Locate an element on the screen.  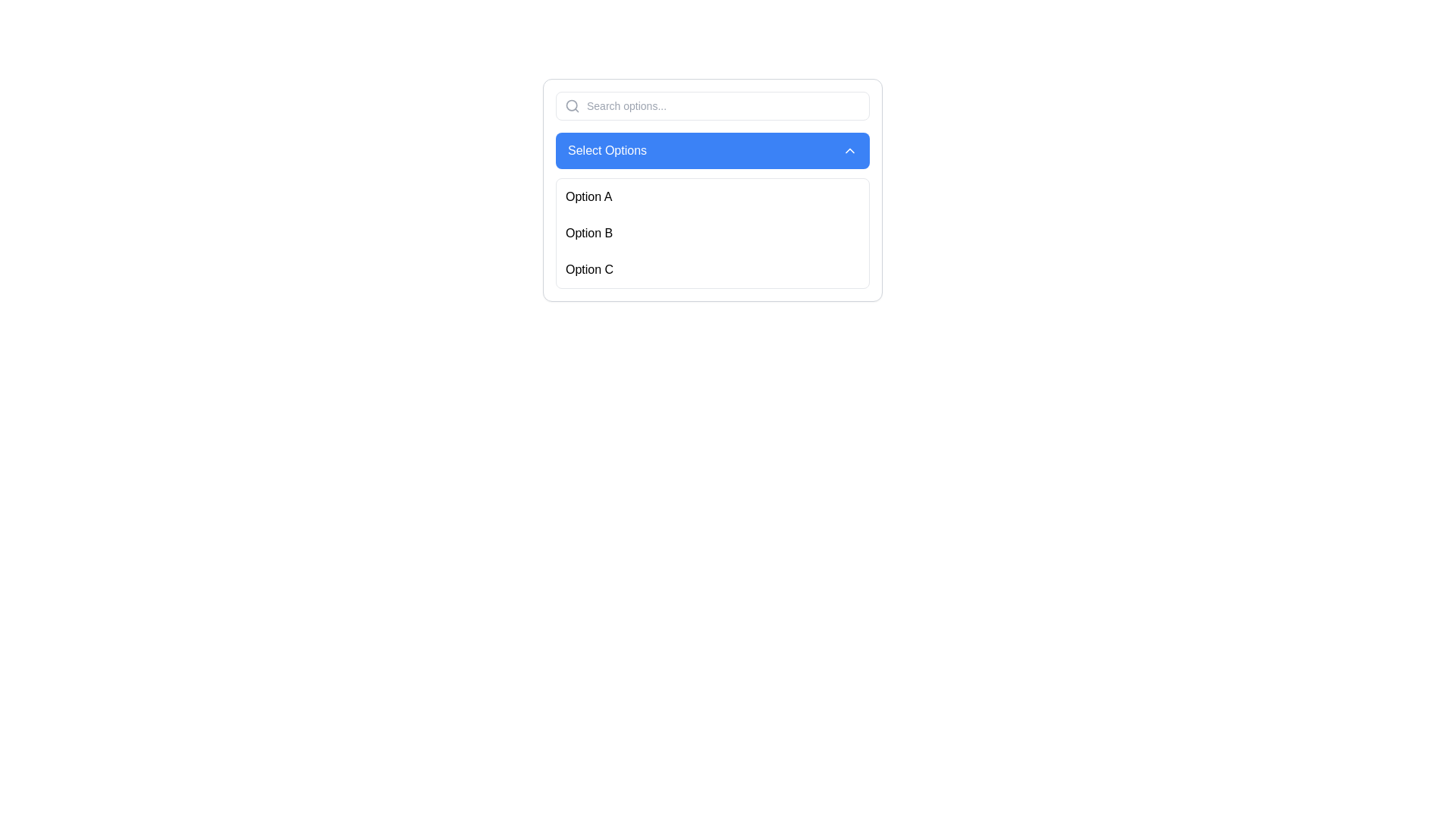
the magnifying glass icon representing the search feature, which is located in the left section of the search bar input field is located at coordinates (571, 105).